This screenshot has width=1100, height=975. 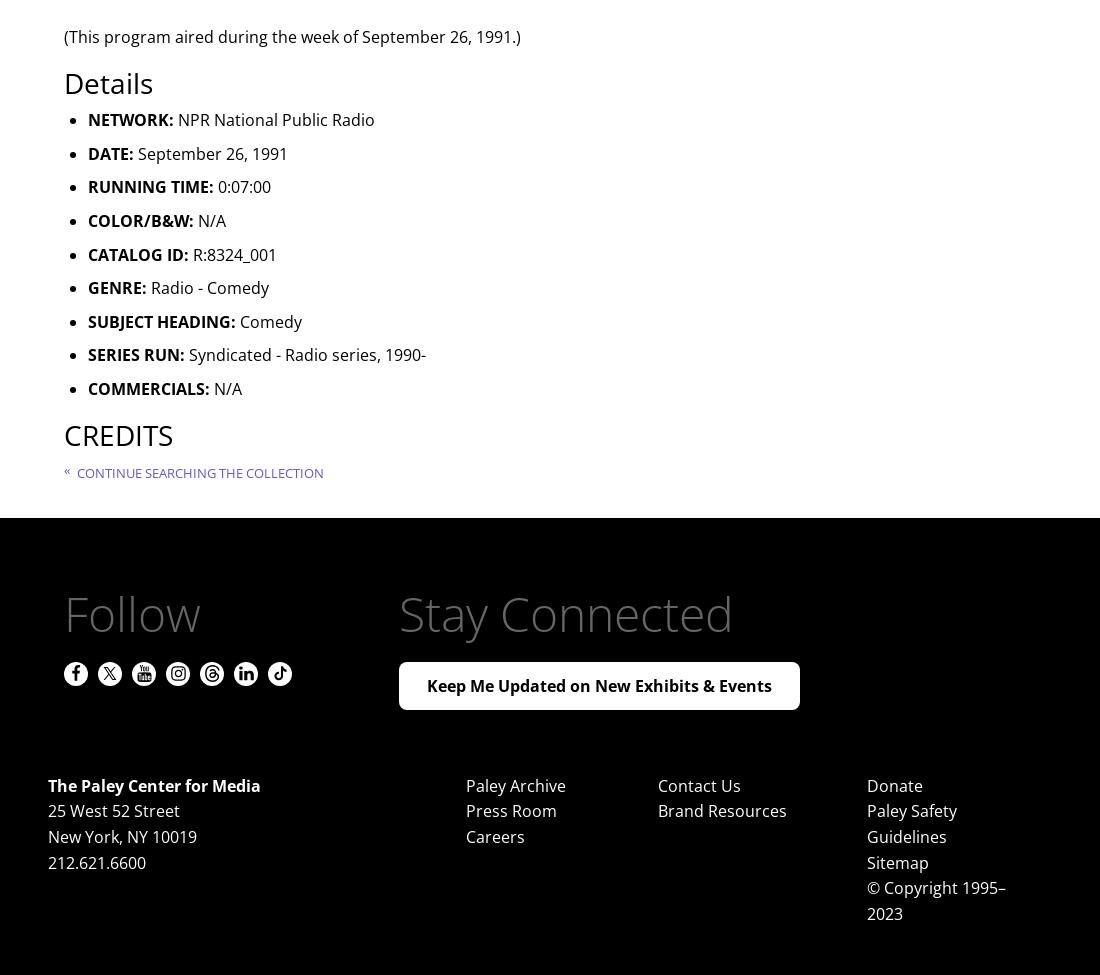 I want to click on 'Paley Safety Guidelines', so click(x=912, y=823).